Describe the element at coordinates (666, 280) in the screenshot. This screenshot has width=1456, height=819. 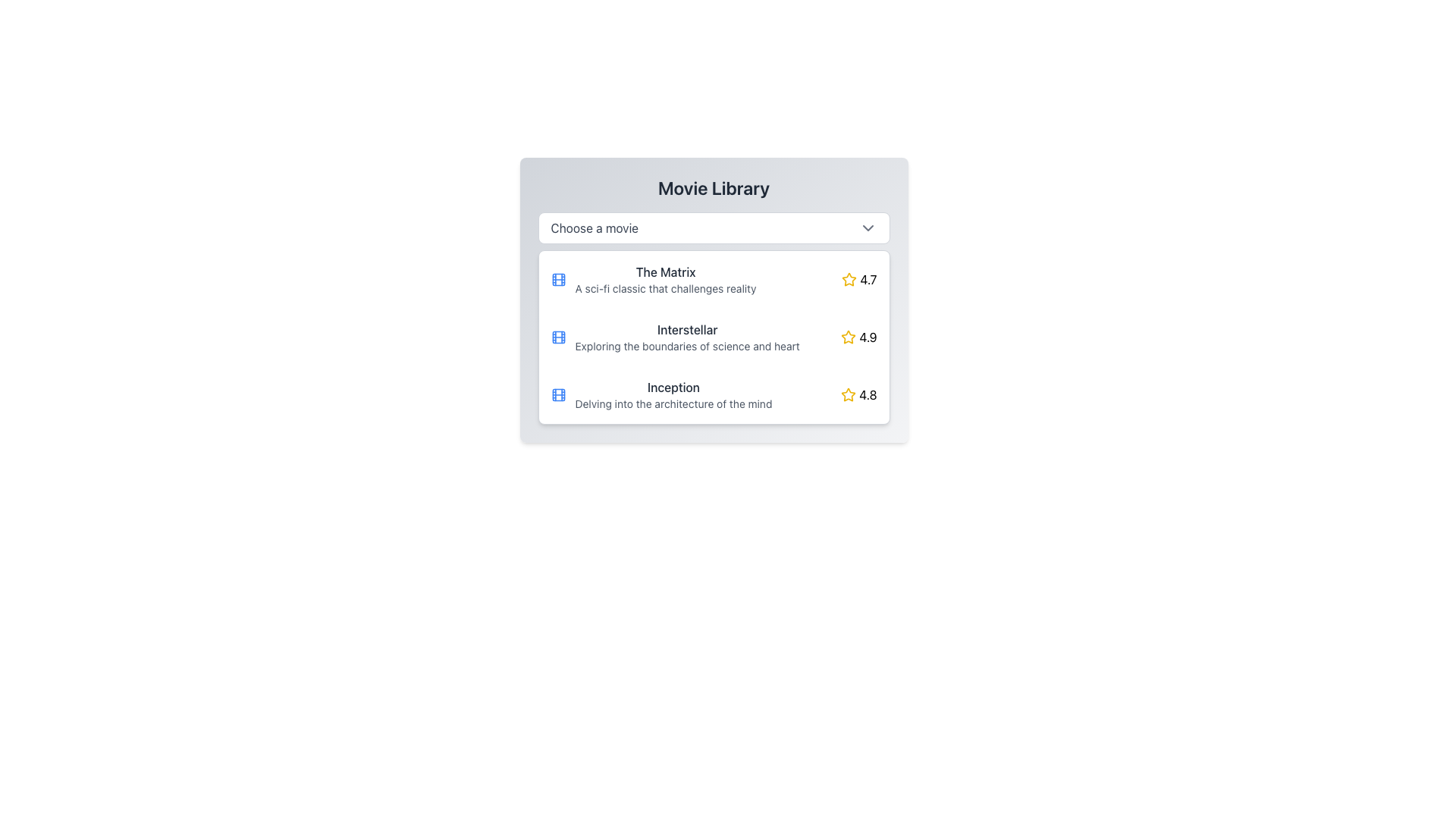
I see `the text block titled 'The Matrix' which contains a description 'A sci-fi classic that challenges reality' and is the first item in a list of similar elements` at that location.